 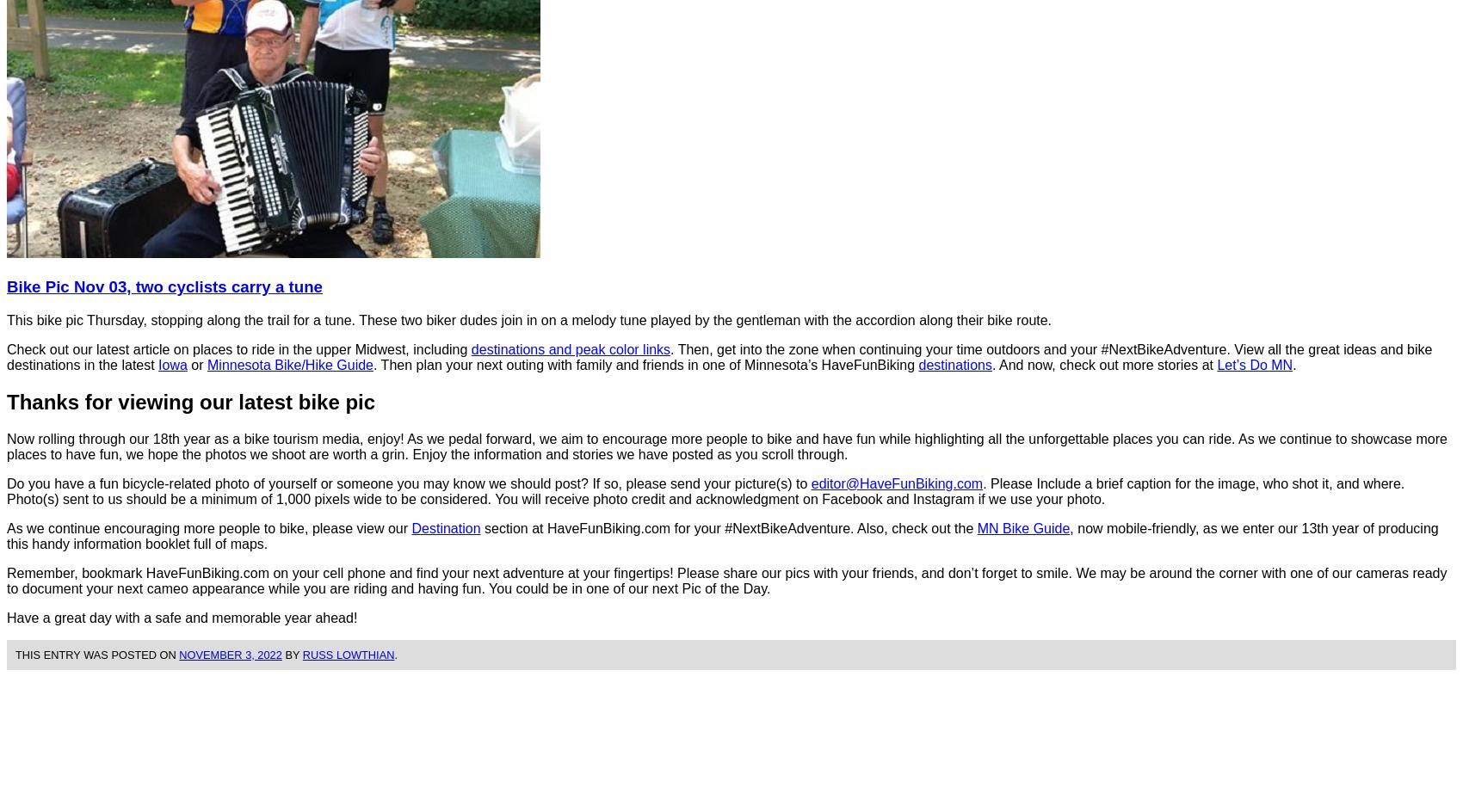 I want to click on 'This entry was posted', so click(x=87, y=654).